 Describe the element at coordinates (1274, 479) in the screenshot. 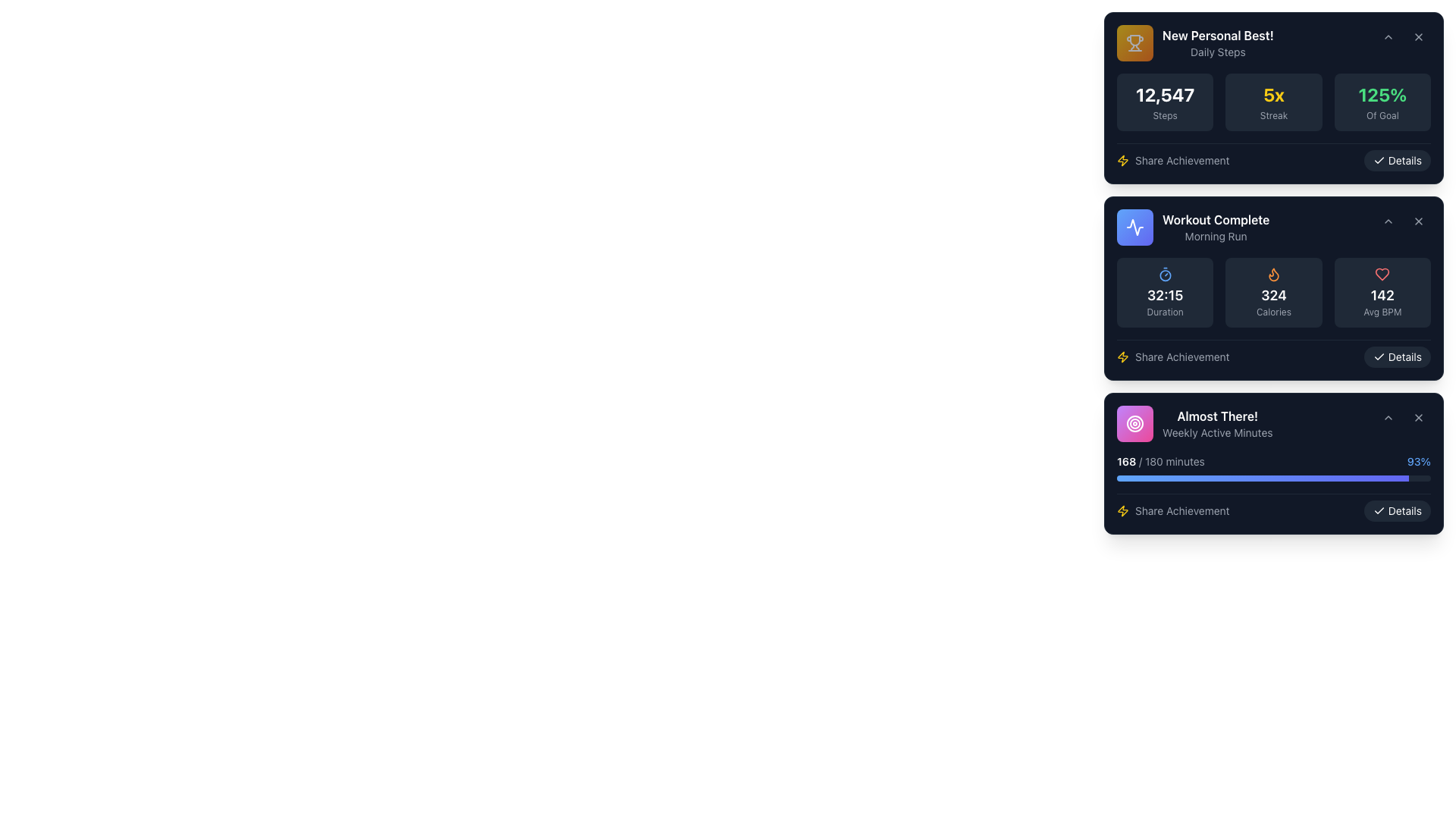

I see `the progress bar located in the bottom card titled 'Almost There!' on the rightmost column, situated below the text '168 / 180 minutes'` at that location.